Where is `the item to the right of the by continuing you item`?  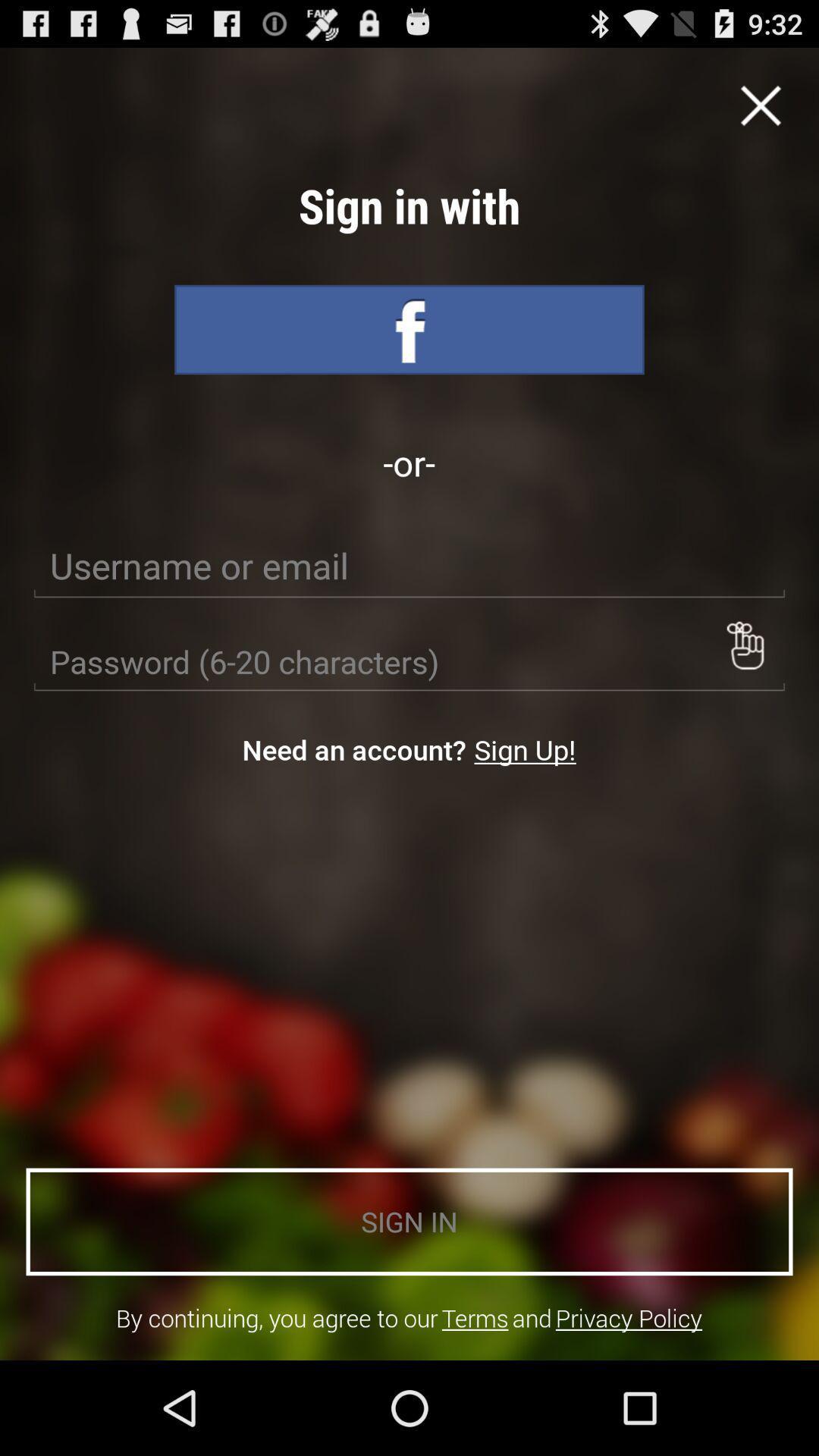 the item to the right of the by continuing you item is located at coordinates (474, 1317).